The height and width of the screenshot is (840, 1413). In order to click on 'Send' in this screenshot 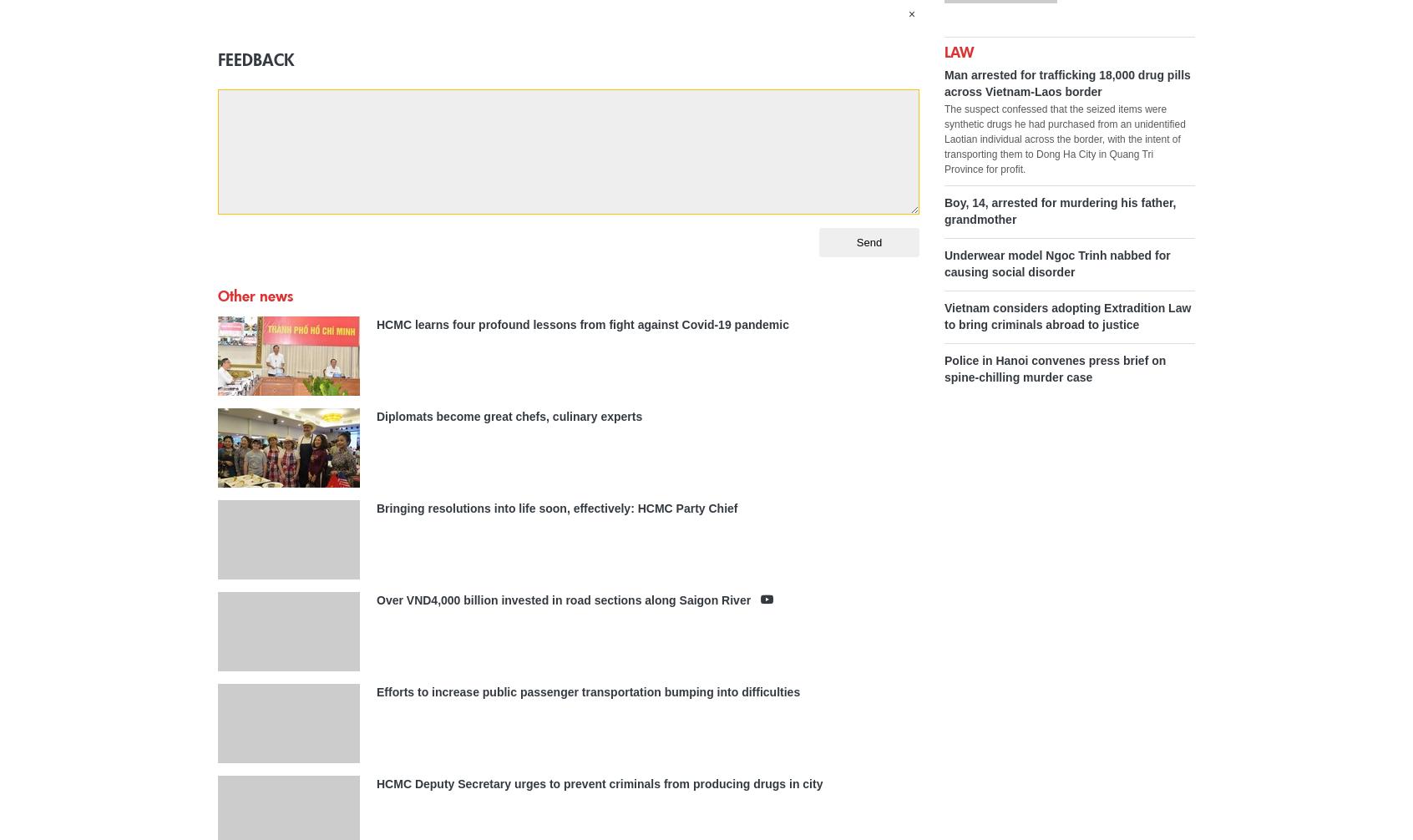, I will do `click(868, 240)`.